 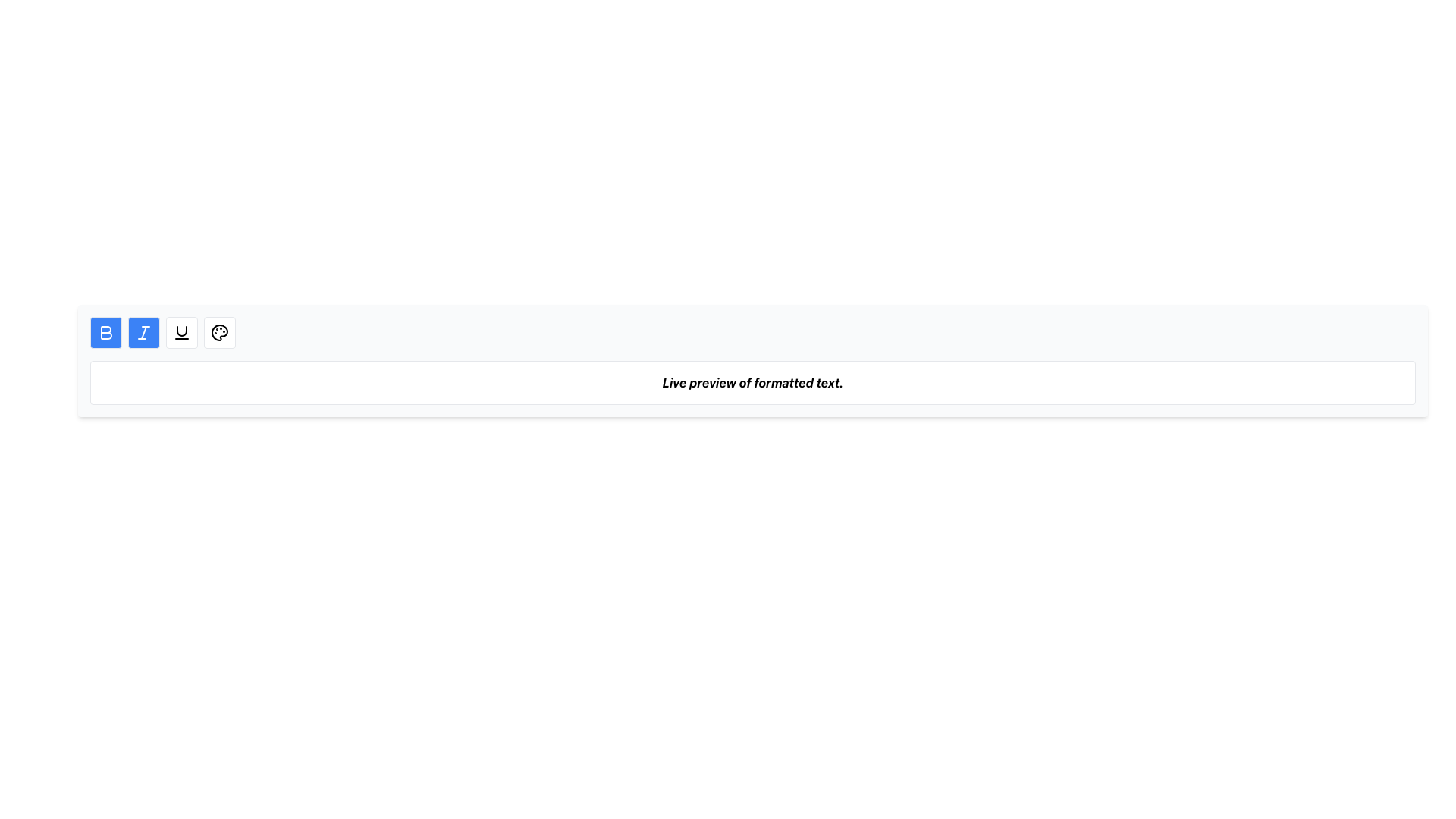 I want to click on the blue button with a white 'B' symbol located, so click(x=105, y=332).